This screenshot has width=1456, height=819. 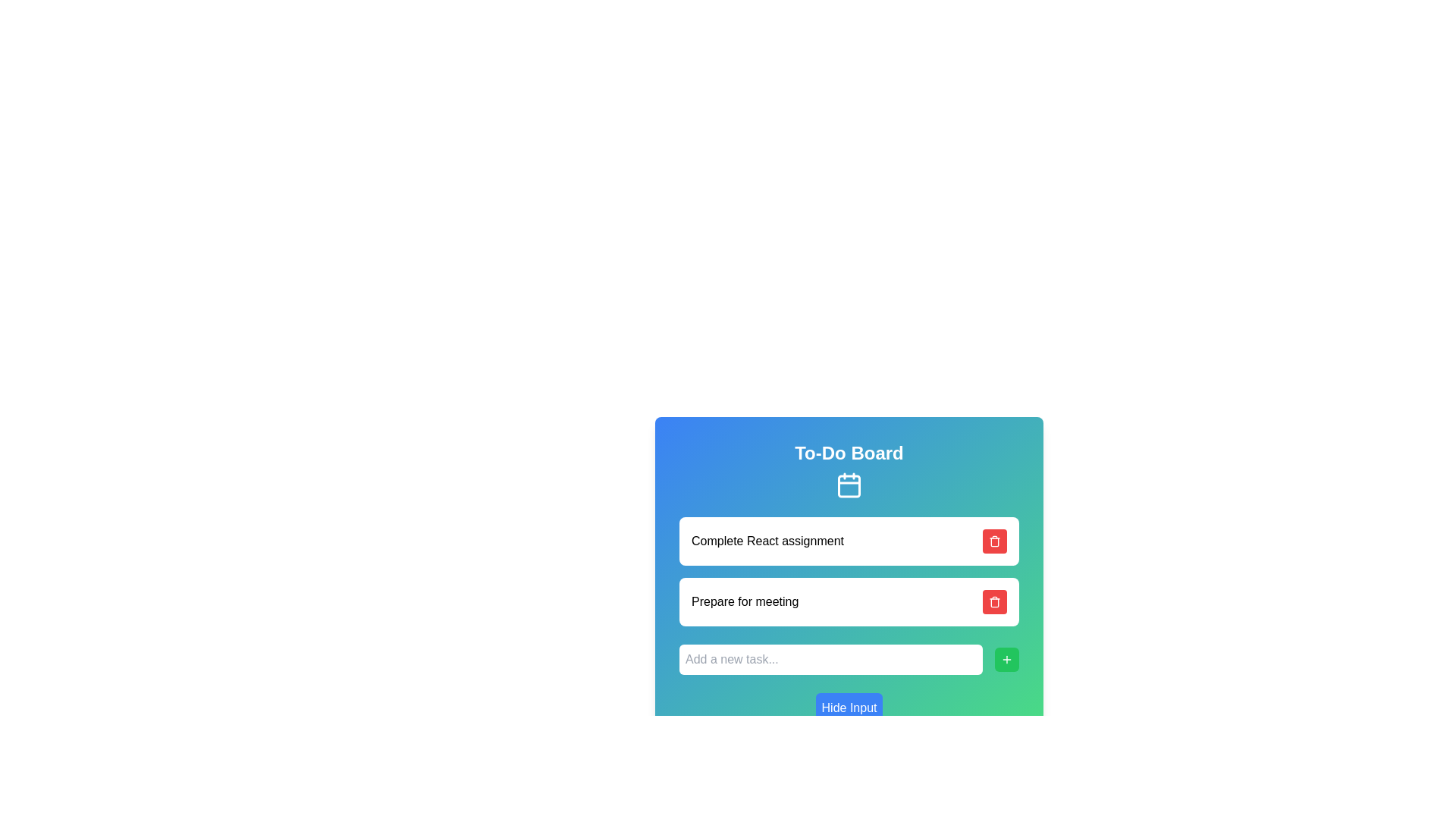 What do you see at coordinates (745, 601) in the screenshot?
I see `the text segment displaying 'Prepare for meeting'` at bounding box center [745, 601].